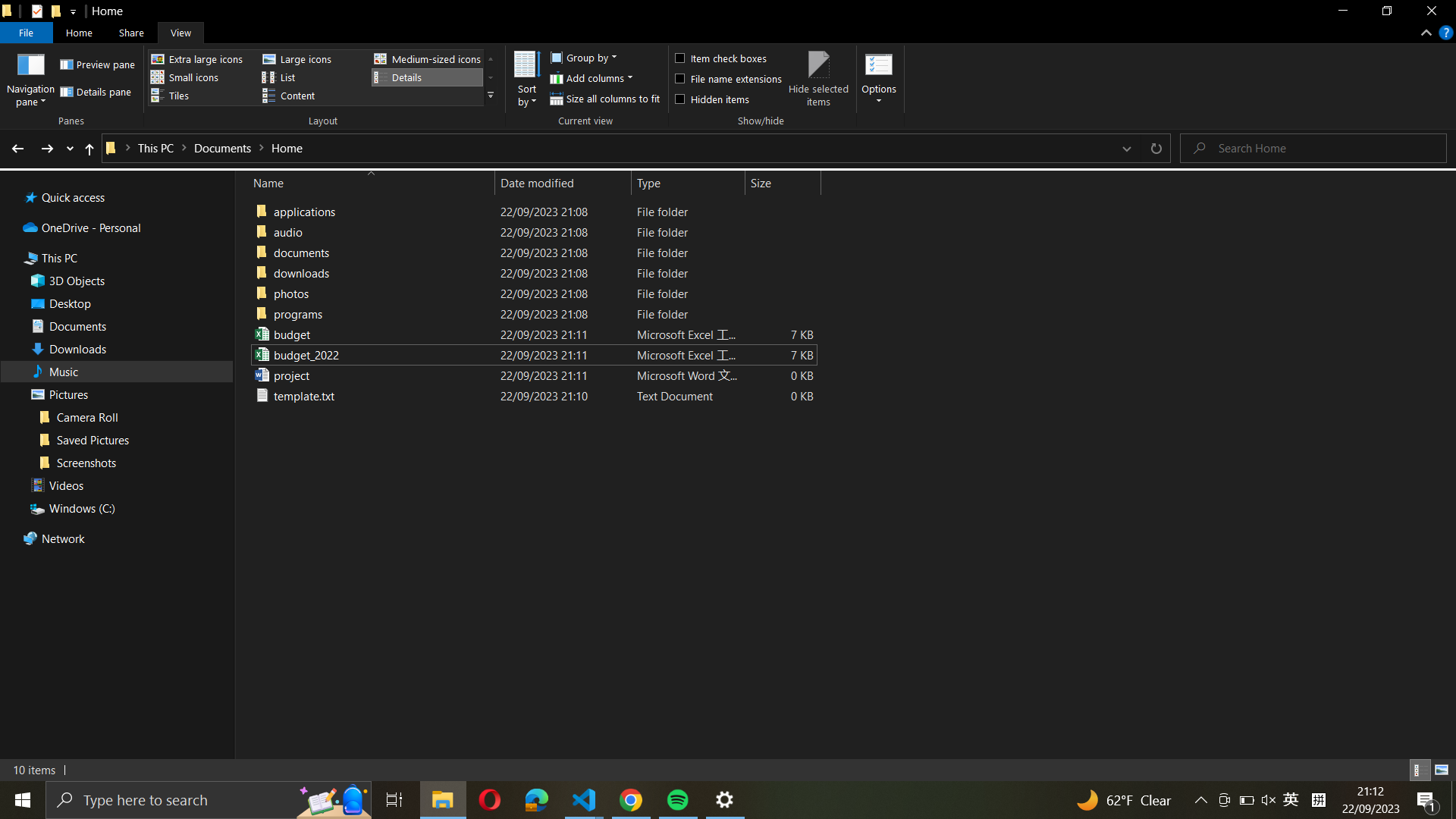 The image size is (1456, 819). I want to click on Directly navigate to the Desktop folder from the side panel, so click(118, 303).